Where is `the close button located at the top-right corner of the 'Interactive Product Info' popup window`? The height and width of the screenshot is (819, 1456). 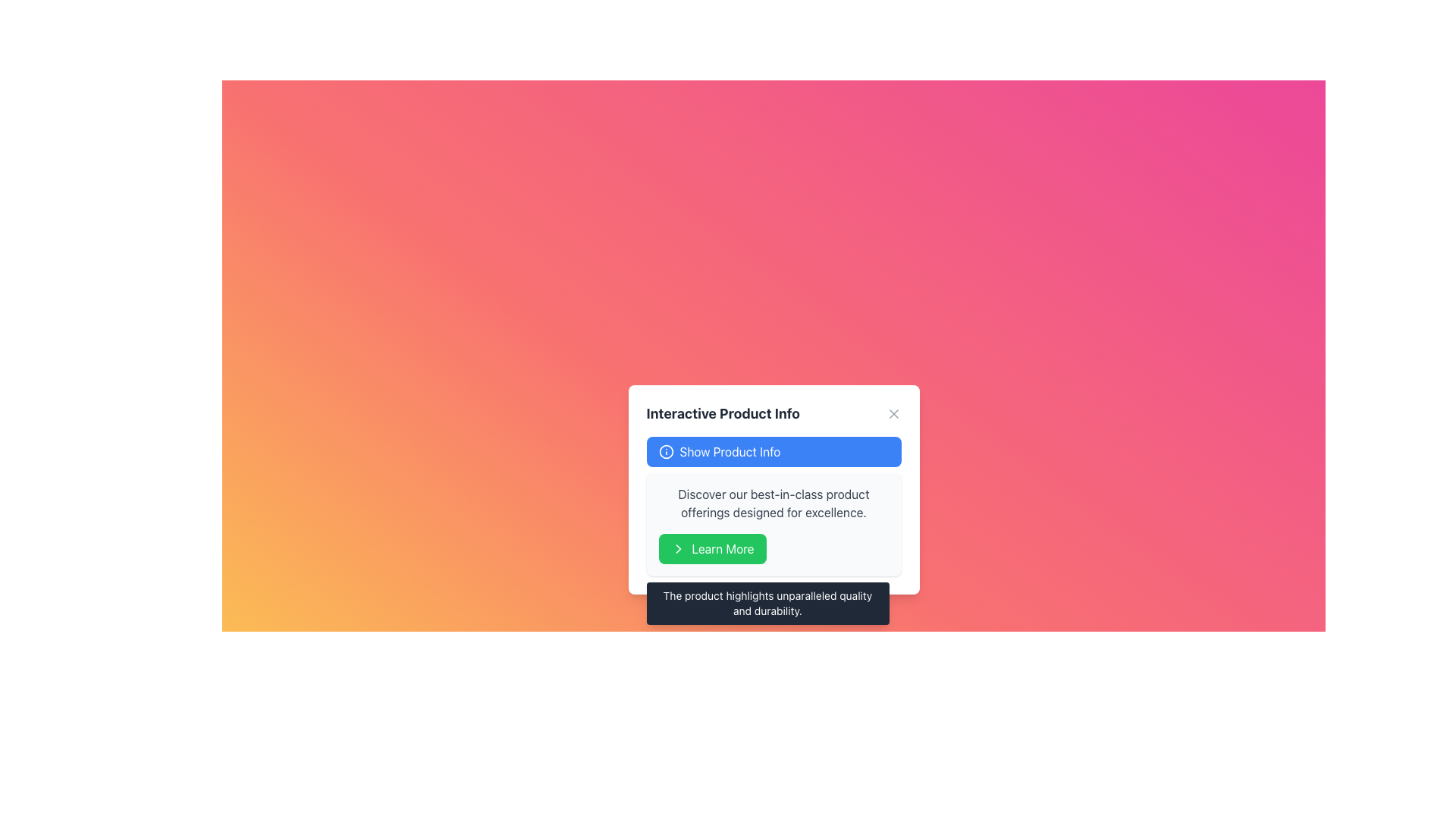 the close button located at the top-right corner of the 'Interactive Product Info' popup window is located at coordinates (893, 414).